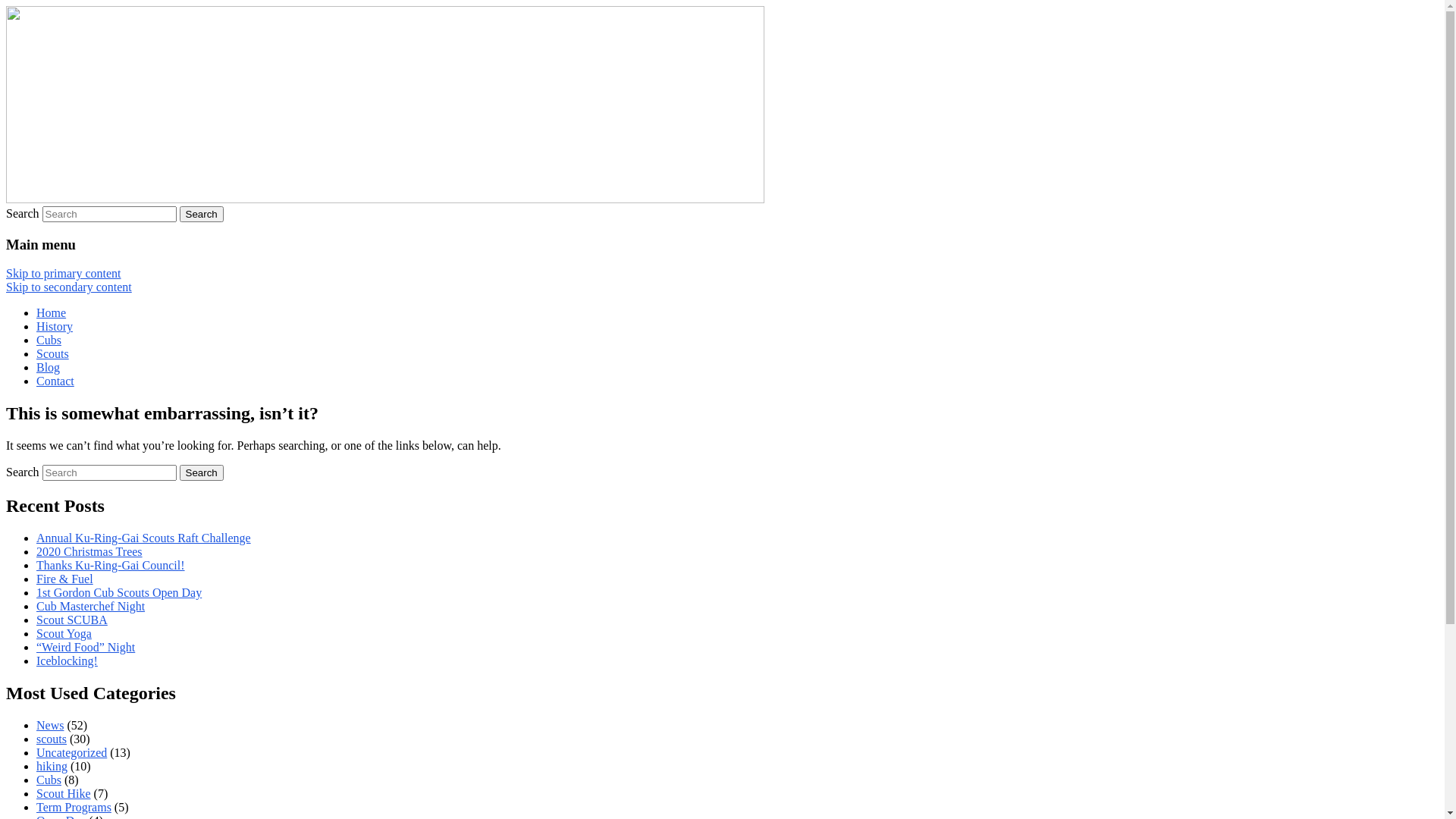 This screenshot has width=1456, height=819. I want to click on 'Contact', so click(55, 380).